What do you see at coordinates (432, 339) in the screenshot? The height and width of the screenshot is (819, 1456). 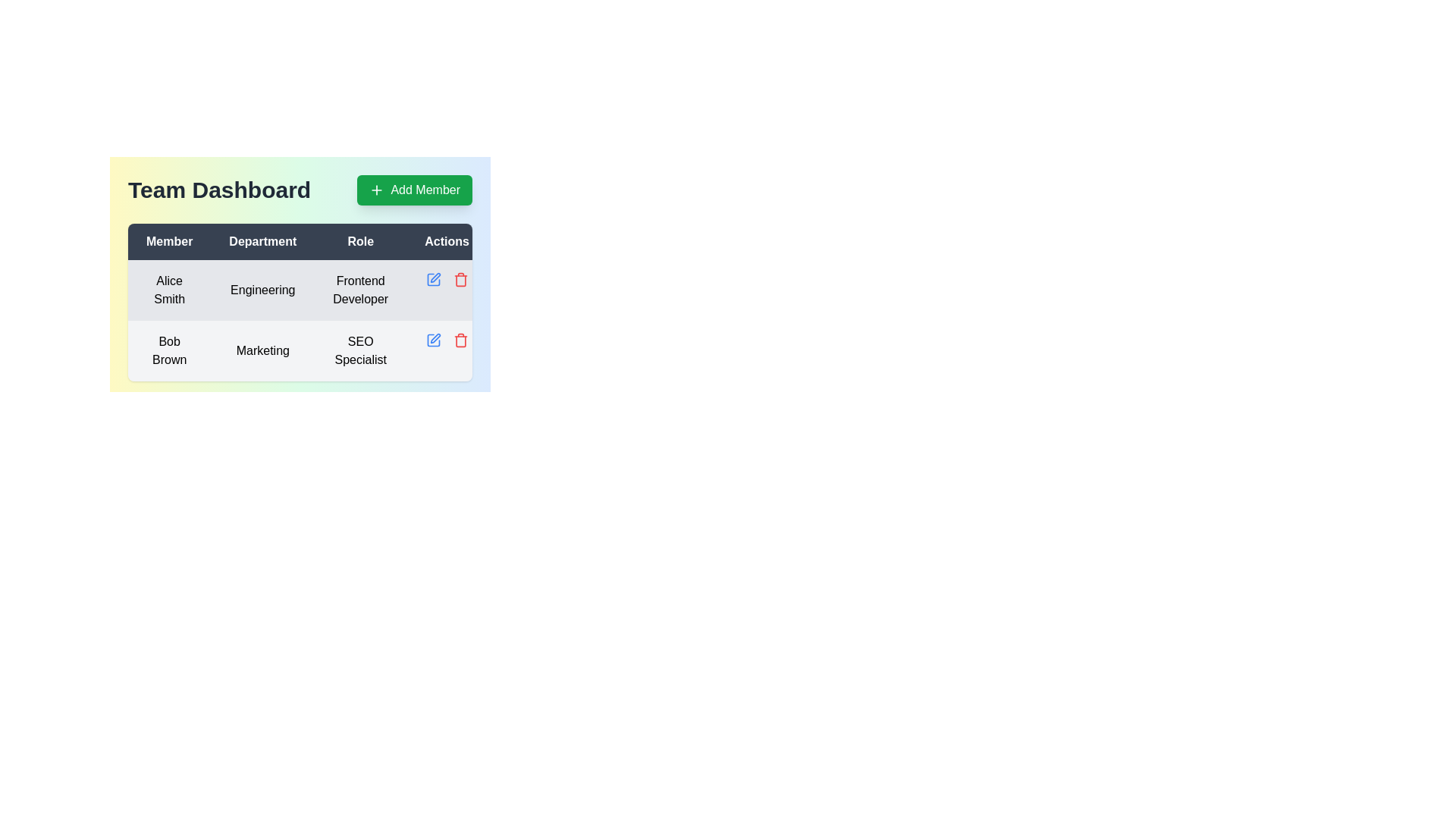 I see `the blue pen icon button located in the 'Actions' column of the second row in the 'Team Dashboard' card` at bounding box center [432, 339].